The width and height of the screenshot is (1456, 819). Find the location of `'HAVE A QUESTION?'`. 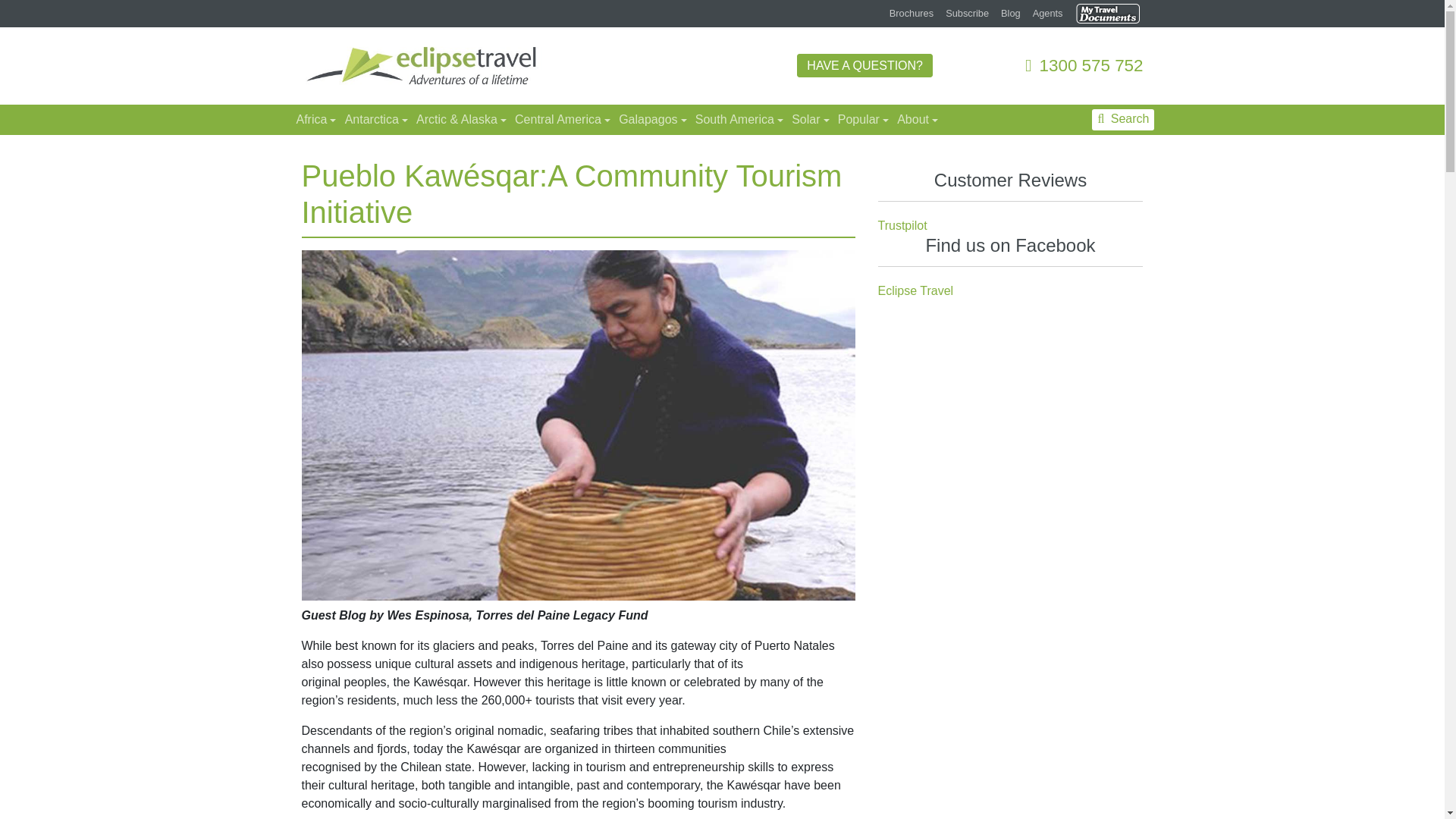

'HAVE A QUESTION?' is located at coordinates (864, 64).